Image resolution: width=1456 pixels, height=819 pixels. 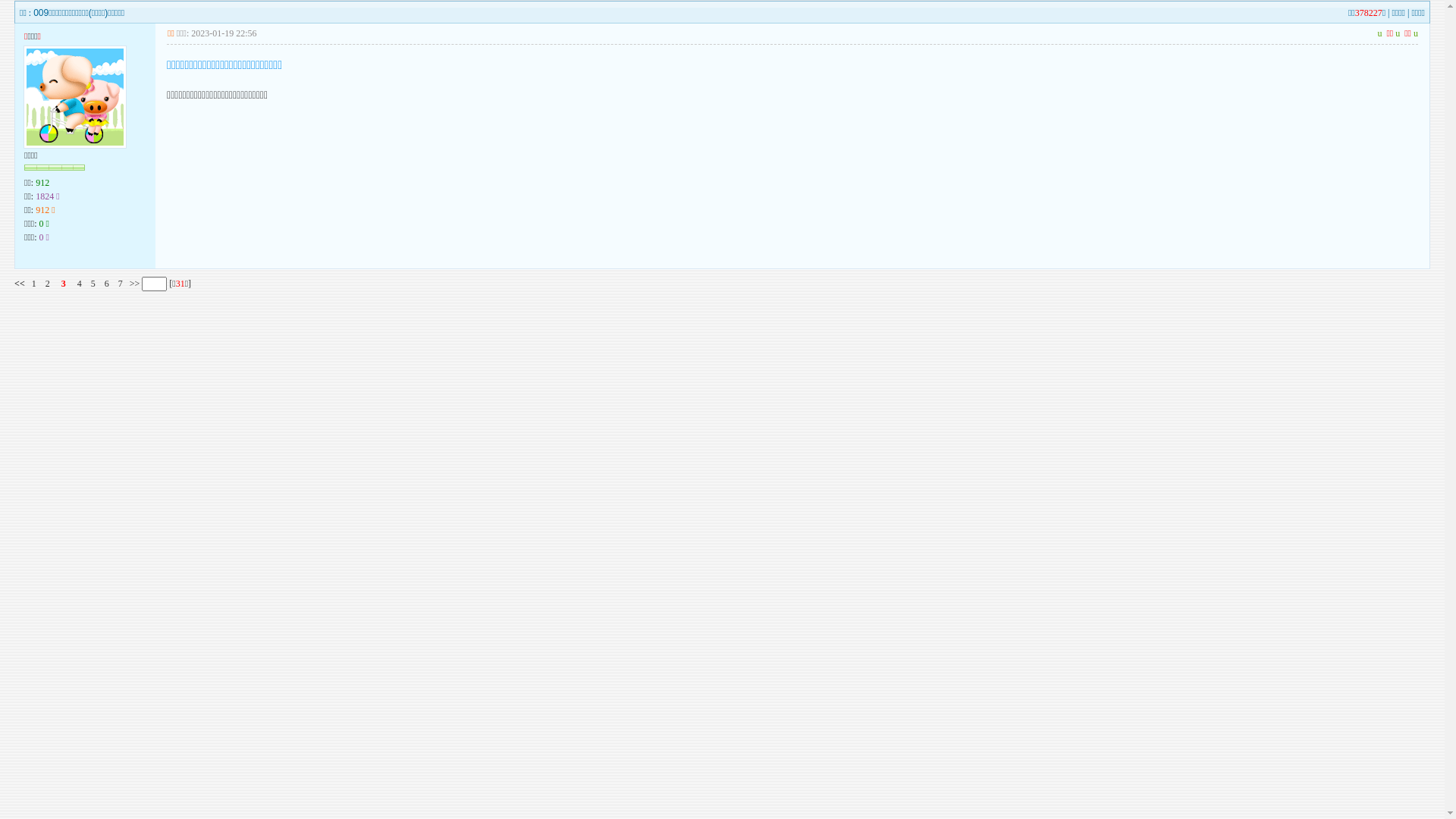 I want to click on '5', so click(x=90, y=284).